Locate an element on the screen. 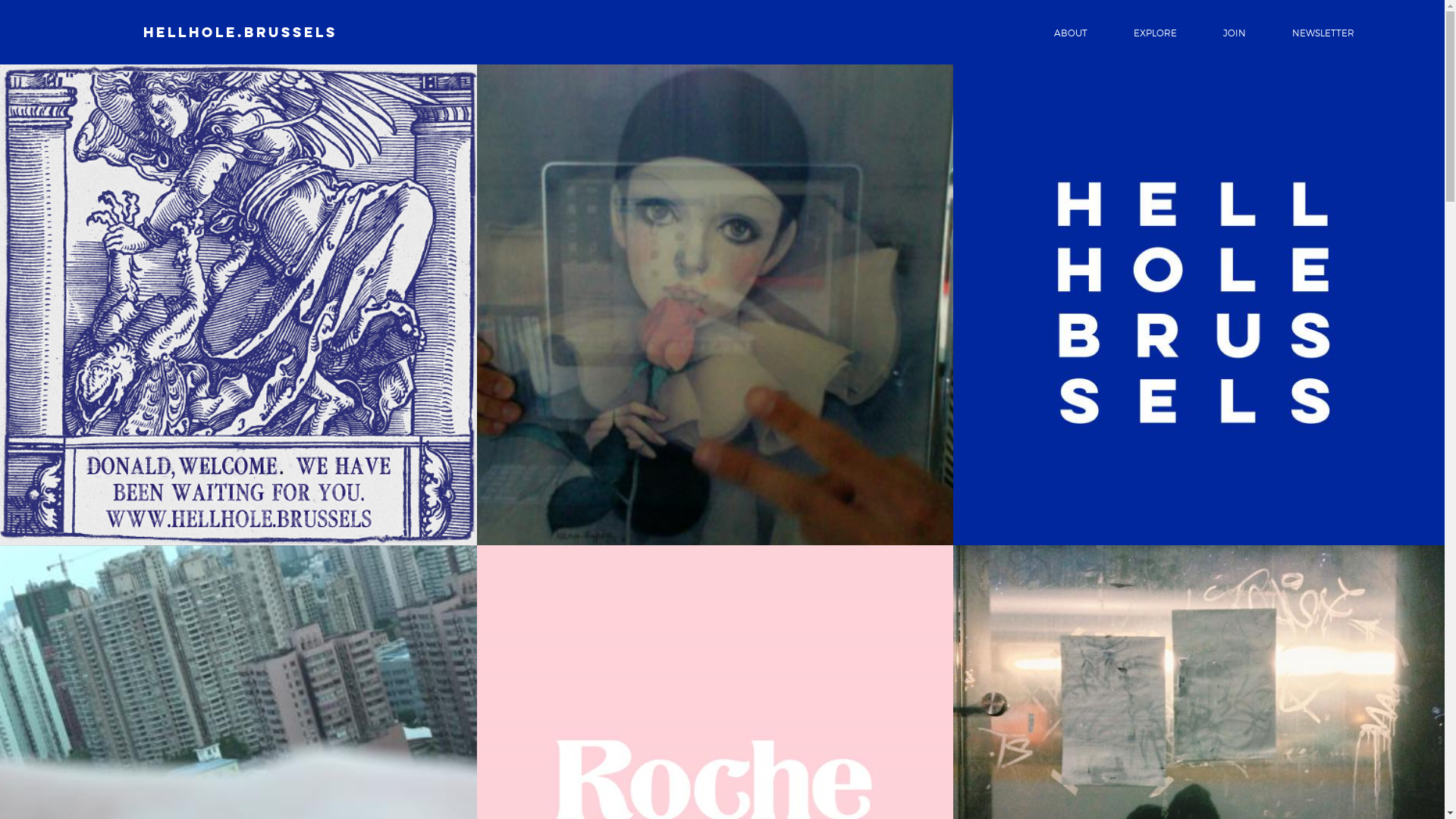 This screenshot has height=819, width=1456. 'EXPLORE' is located at coordinates (1154, 33).